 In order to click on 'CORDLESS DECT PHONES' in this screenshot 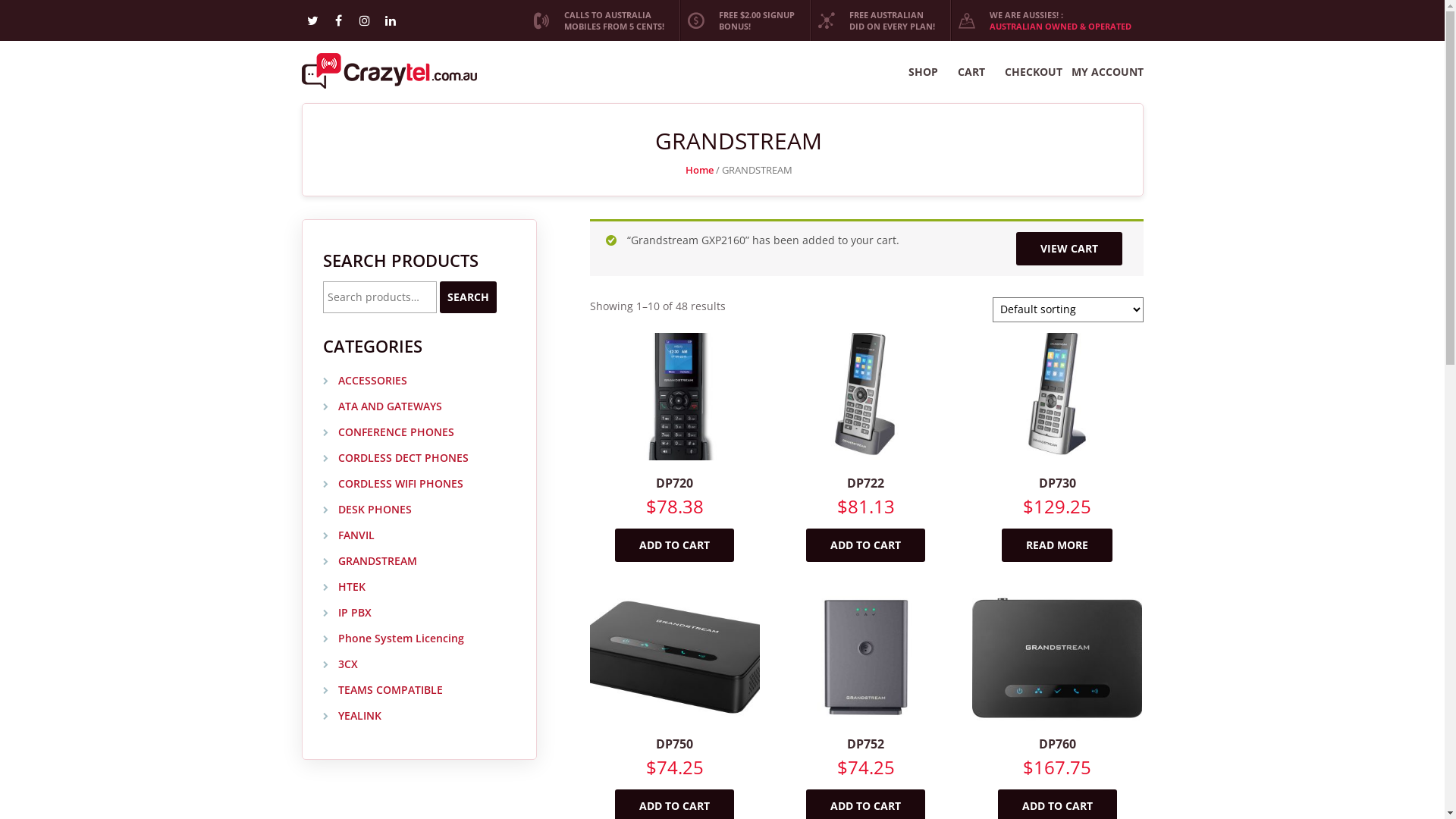, I will do `click(396, 457)`.